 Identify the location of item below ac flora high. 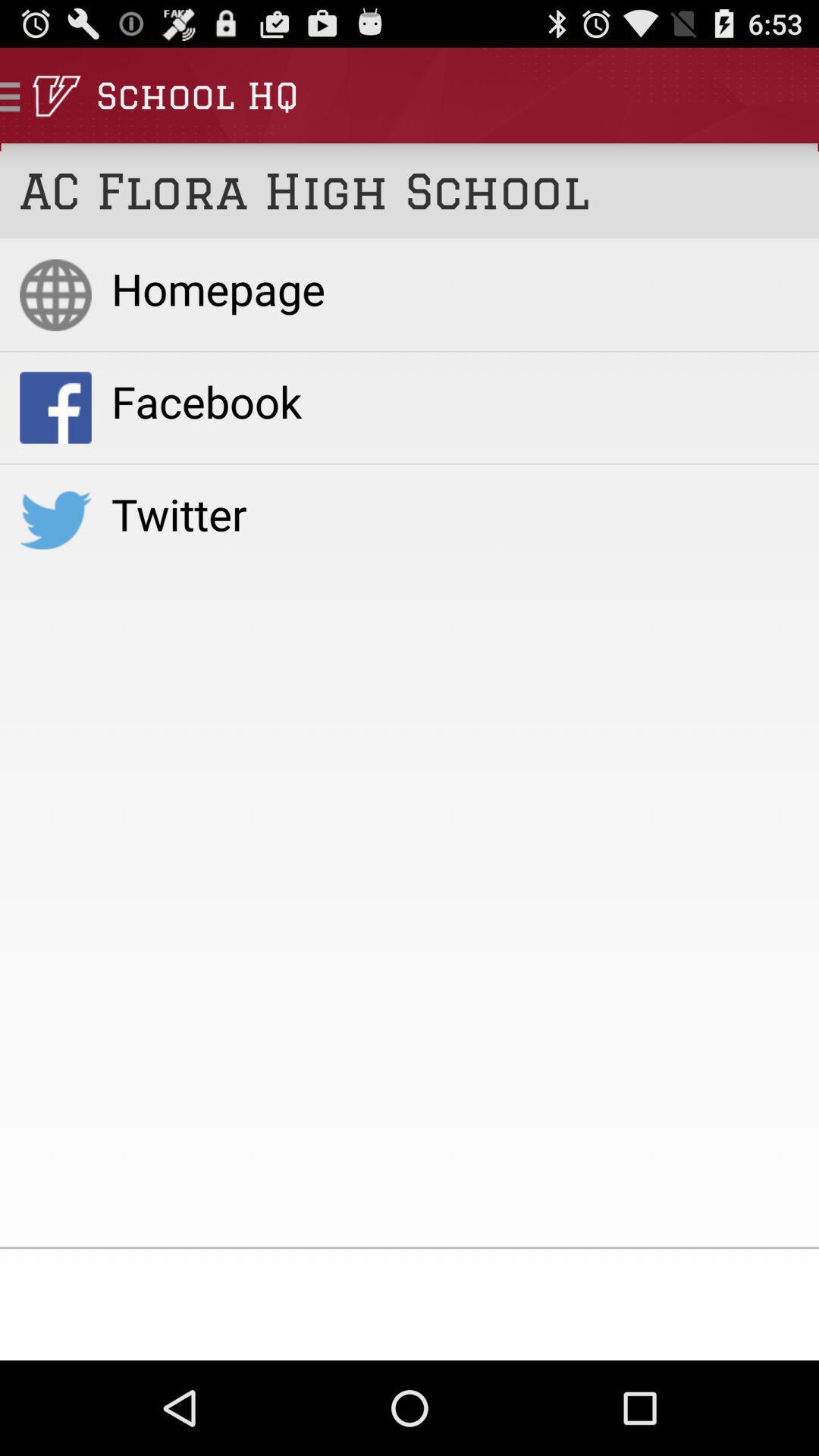
(454, 288).